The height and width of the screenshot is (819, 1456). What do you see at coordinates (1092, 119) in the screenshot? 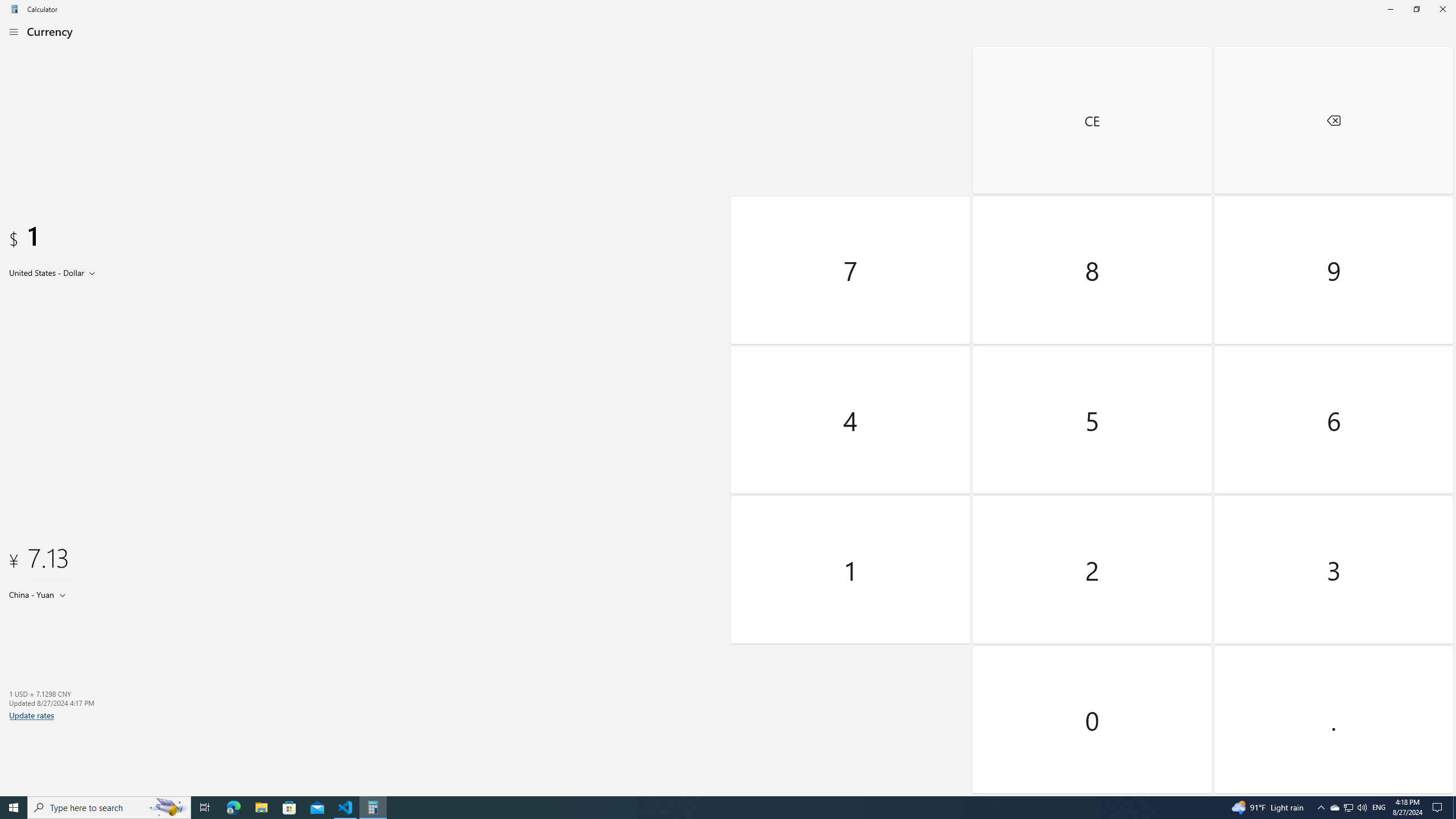
I see `'Clear entry'` at bounding box center [1092, 119].